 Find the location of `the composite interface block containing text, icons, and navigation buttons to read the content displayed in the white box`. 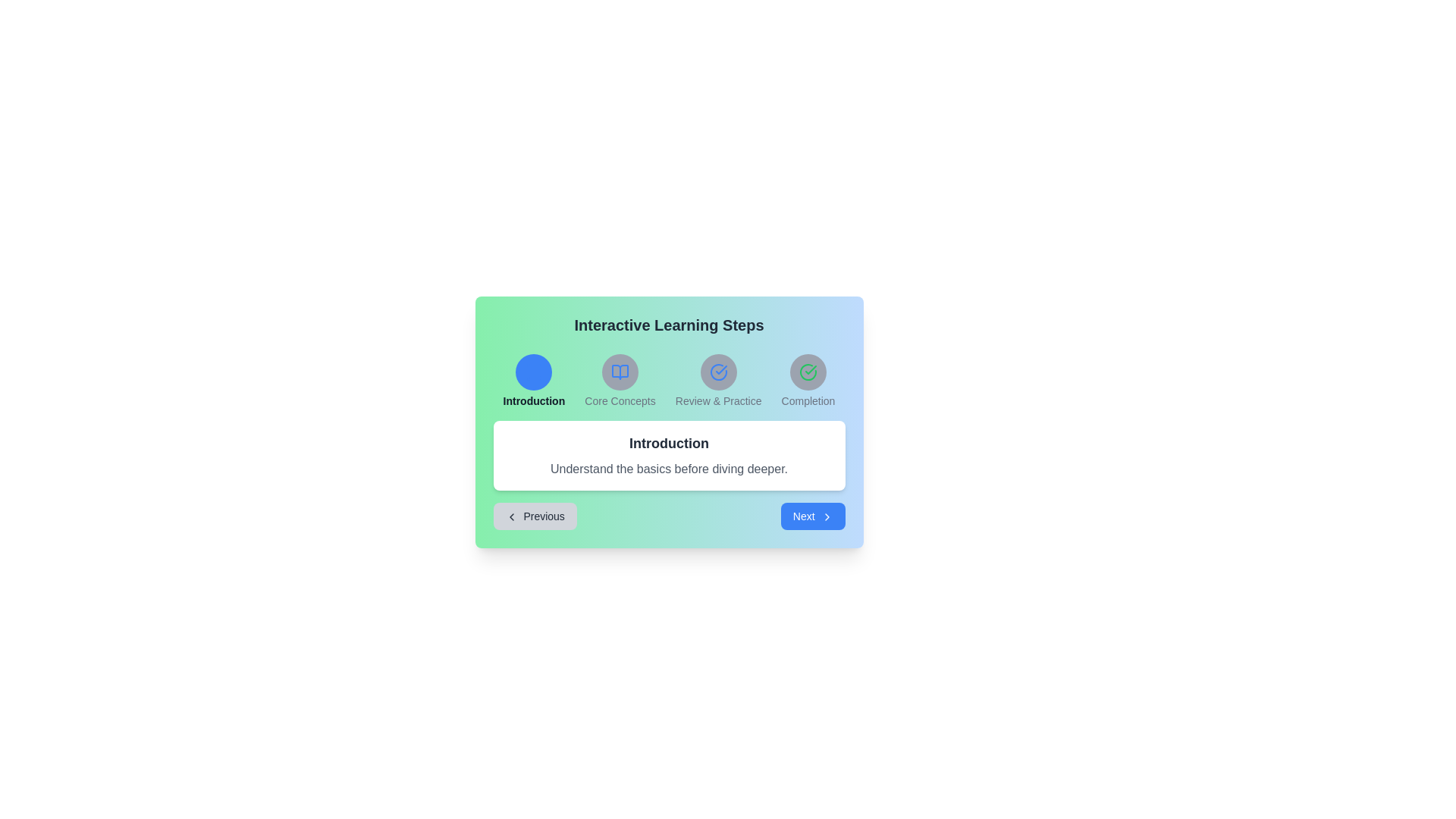

the composite interface block containing text, icons, and navigation buttons to read the content displayed in the white box is located at coordinates (668, 422).